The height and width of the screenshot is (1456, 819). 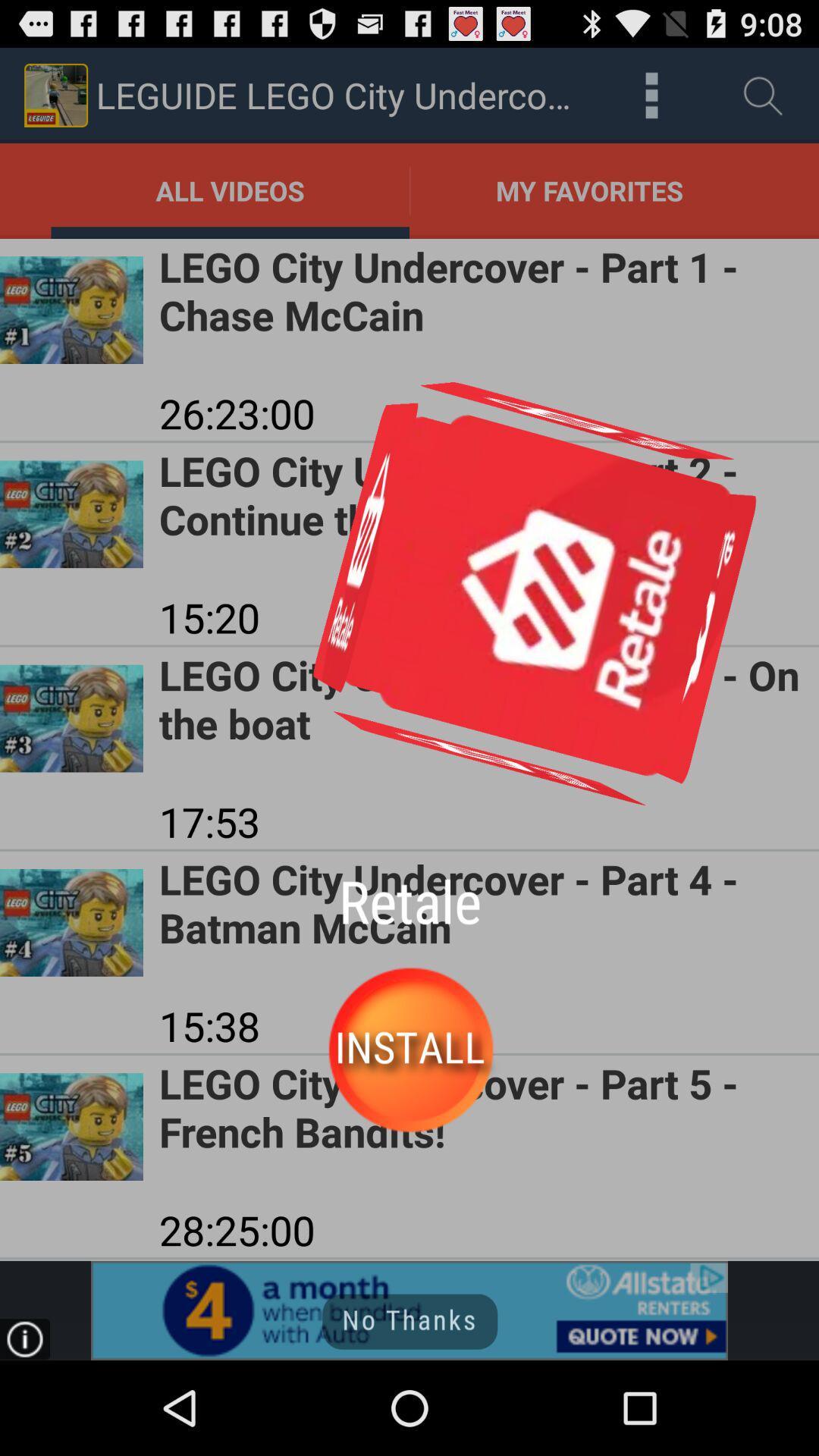 I want to click on all videos downloaded, so click(x=651, y=94).